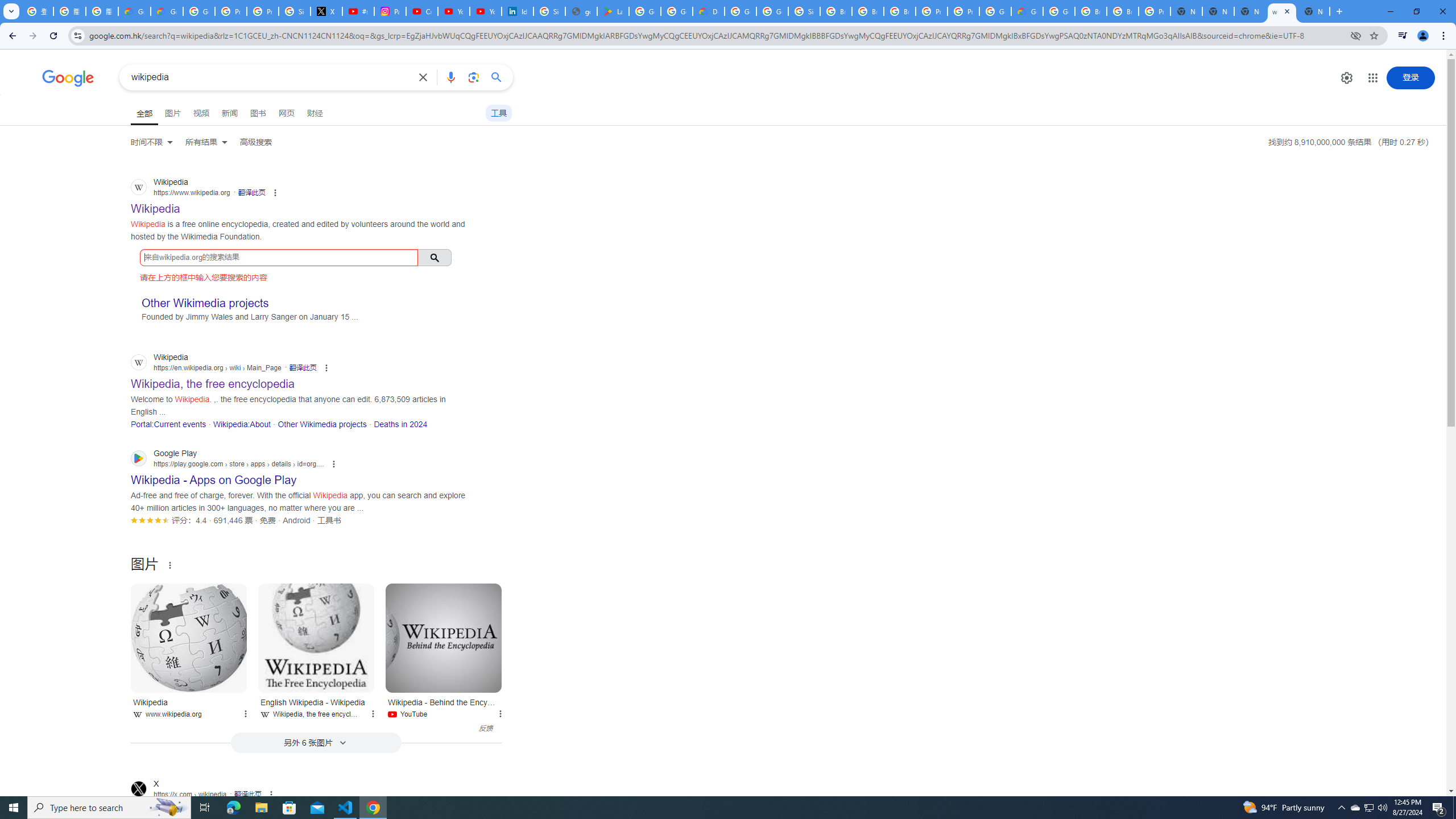  I want to click on 'Browse Chrome as a guest - Computer - Google Chrome Help', so click(1123, 11).